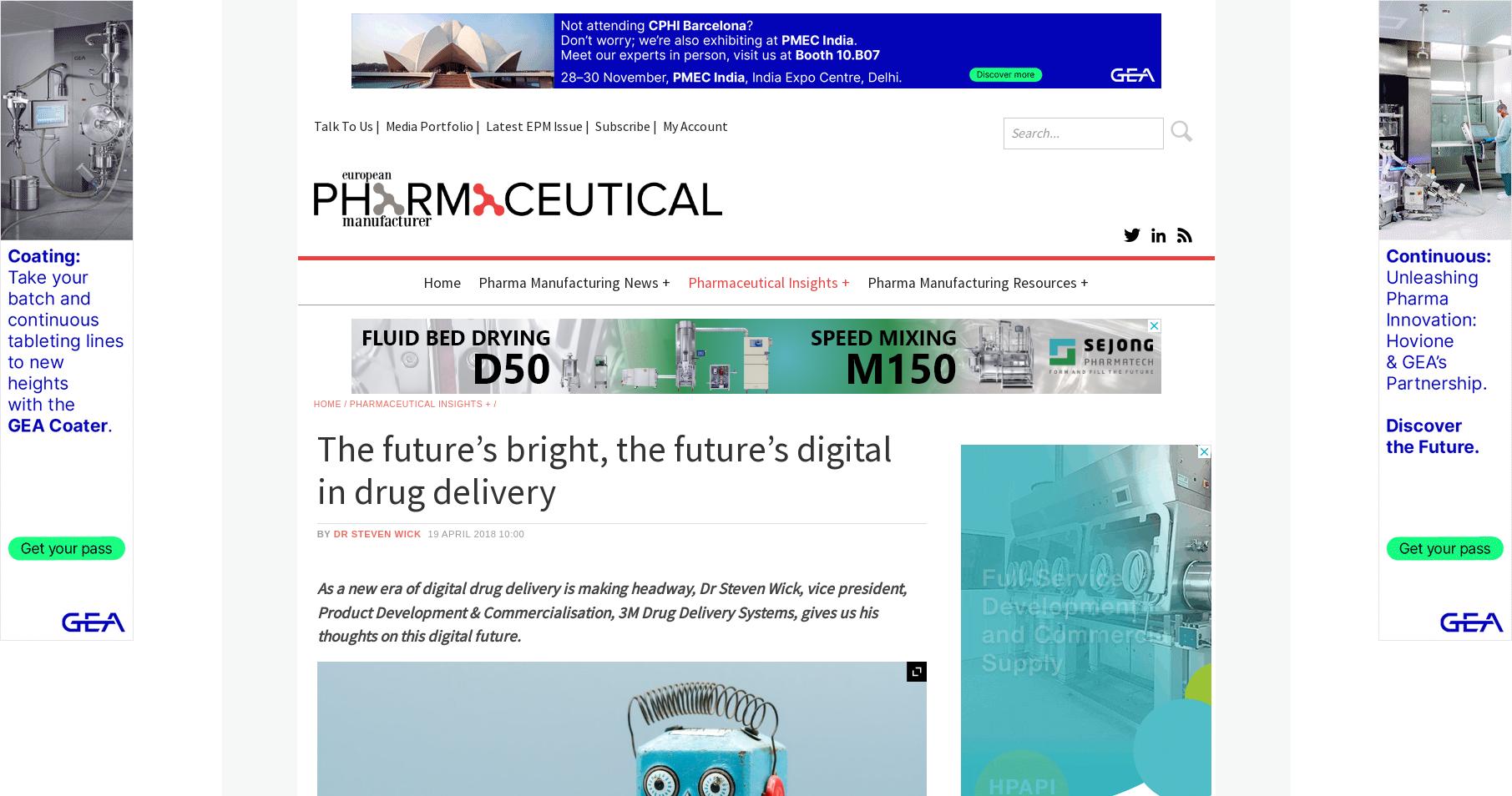  I want to click on 'linkedin', so click(1299, 229).